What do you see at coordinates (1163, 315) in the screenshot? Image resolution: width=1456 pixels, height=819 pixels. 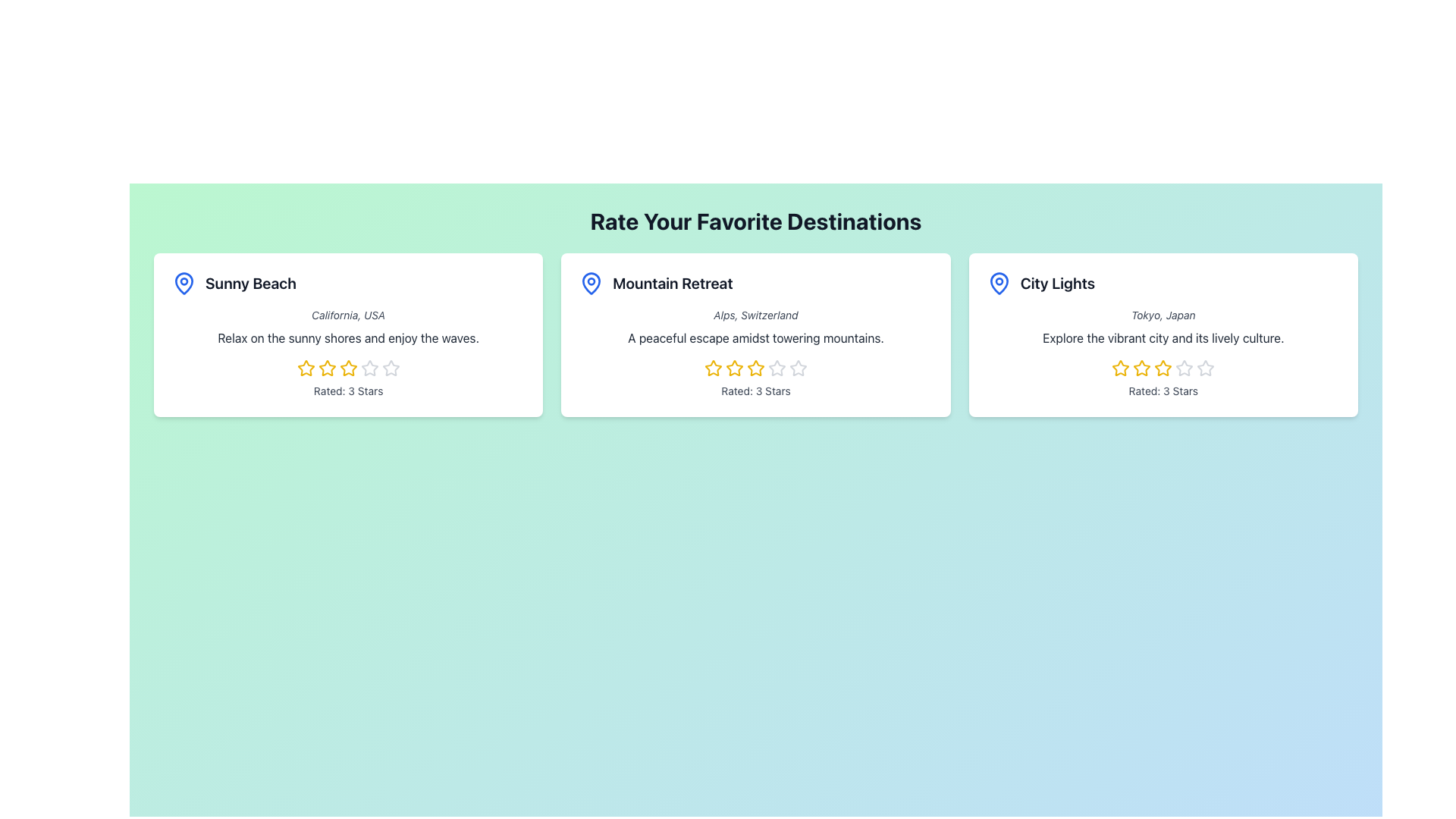 I see `text displayed in the Text Label located beneath the title 'City Lights' within the rightmost card of three horizontally aligned cards` at bounding box center [1163, 315].